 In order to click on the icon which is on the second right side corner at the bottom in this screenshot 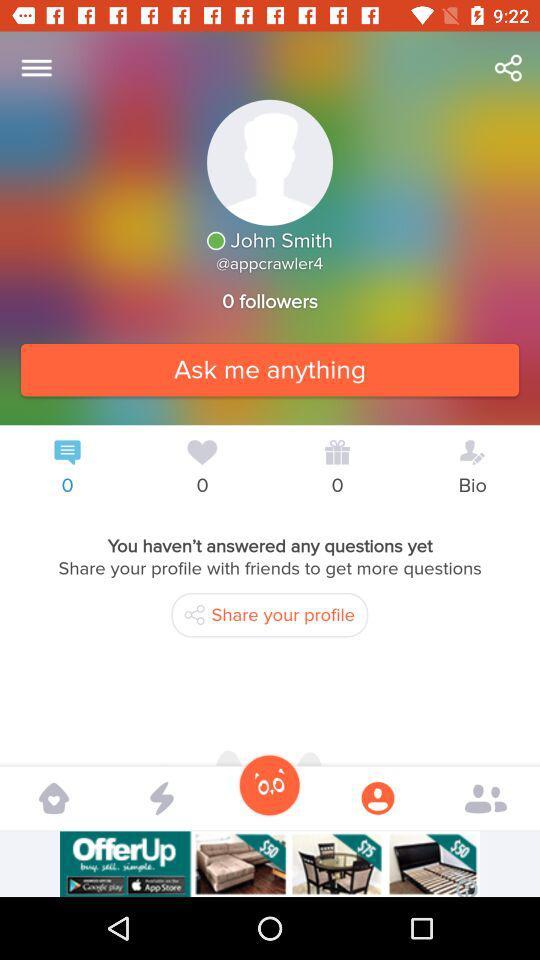, I will do `click(378, 797)`.